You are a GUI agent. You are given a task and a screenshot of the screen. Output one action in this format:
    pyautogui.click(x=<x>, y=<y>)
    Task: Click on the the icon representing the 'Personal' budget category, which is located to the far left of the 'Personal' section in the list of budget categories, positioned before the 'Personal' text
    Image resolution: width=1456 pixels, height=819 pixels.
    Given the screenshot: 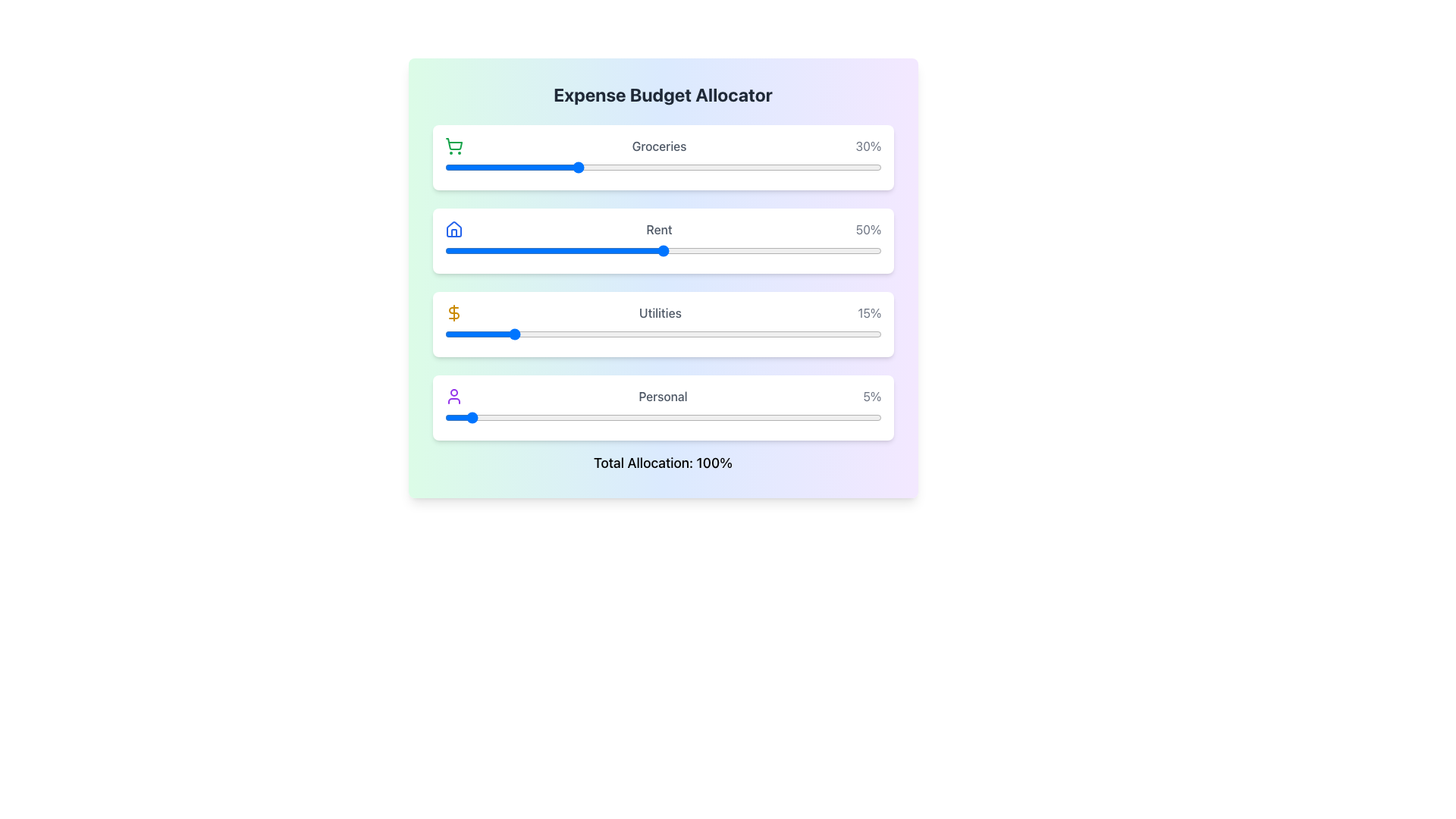 What is the action you would take?
    pyautogui.click(x=453, y=396)
    